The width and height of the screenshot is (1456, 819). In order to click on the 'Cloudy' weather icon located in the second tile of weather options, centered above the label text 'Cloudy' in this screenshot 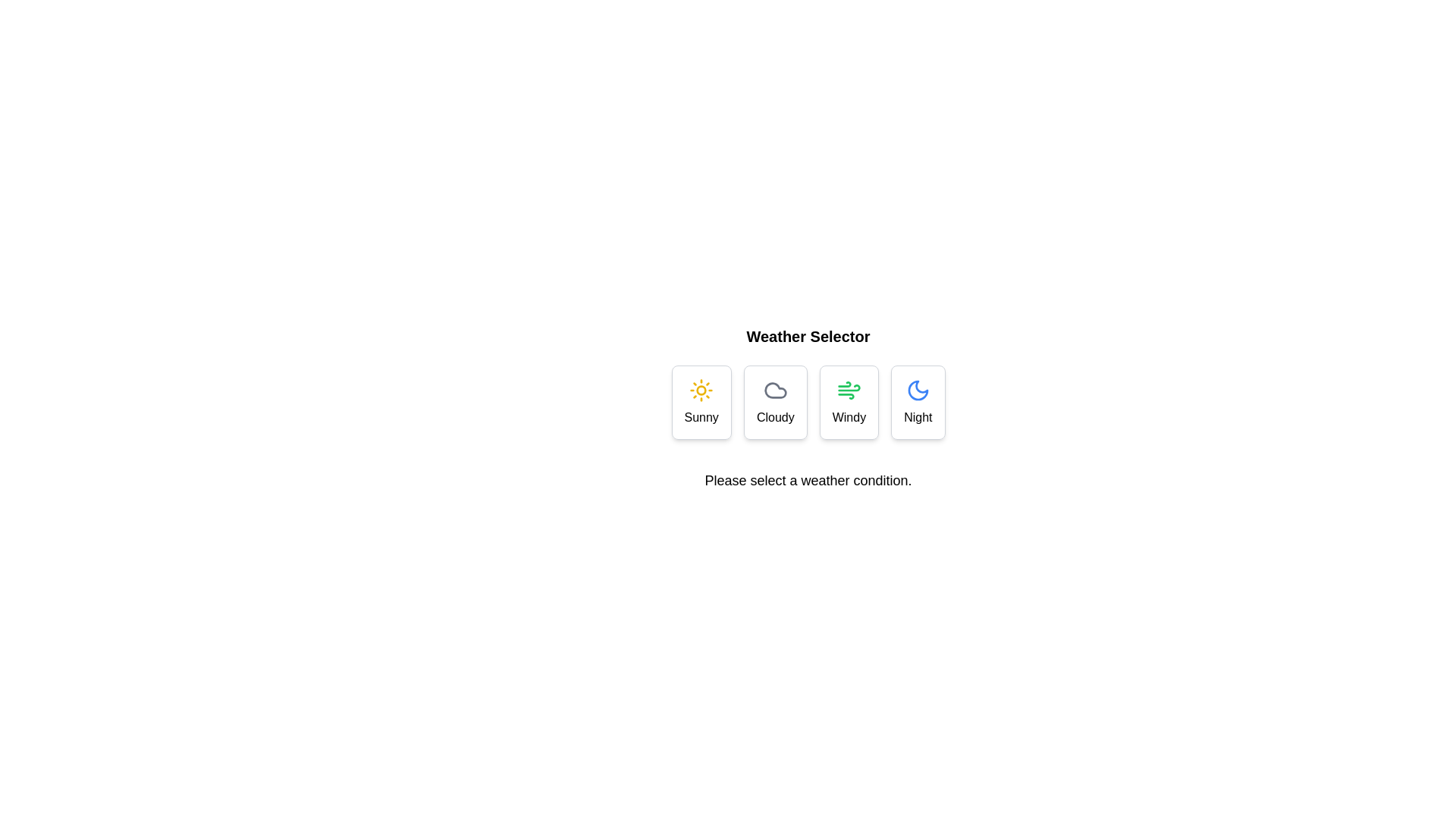, I will do `click(775, 390)`.